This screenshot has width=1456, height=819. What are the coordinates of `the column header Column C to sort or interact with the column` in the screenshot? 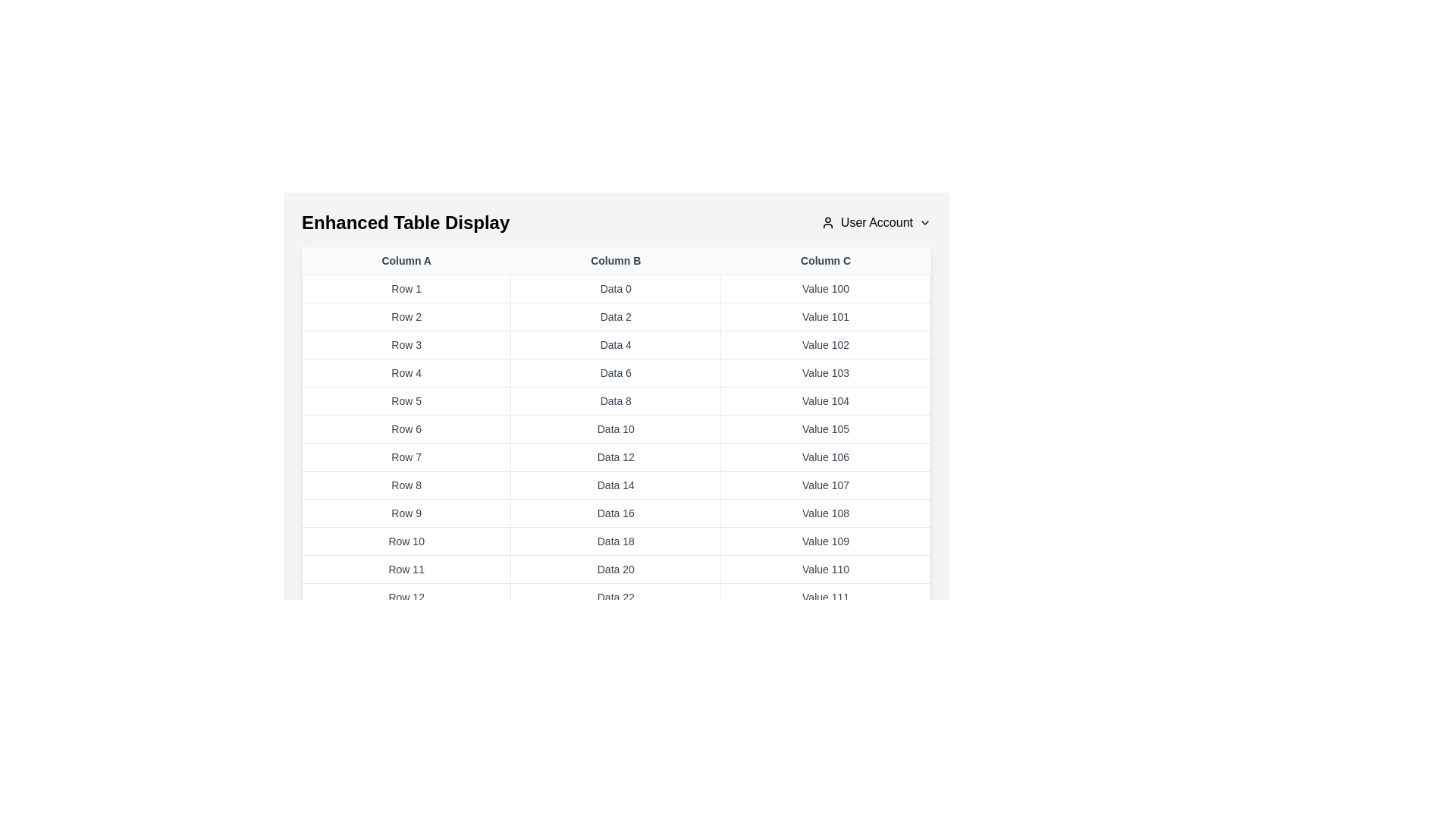 It's located at (825, 259).